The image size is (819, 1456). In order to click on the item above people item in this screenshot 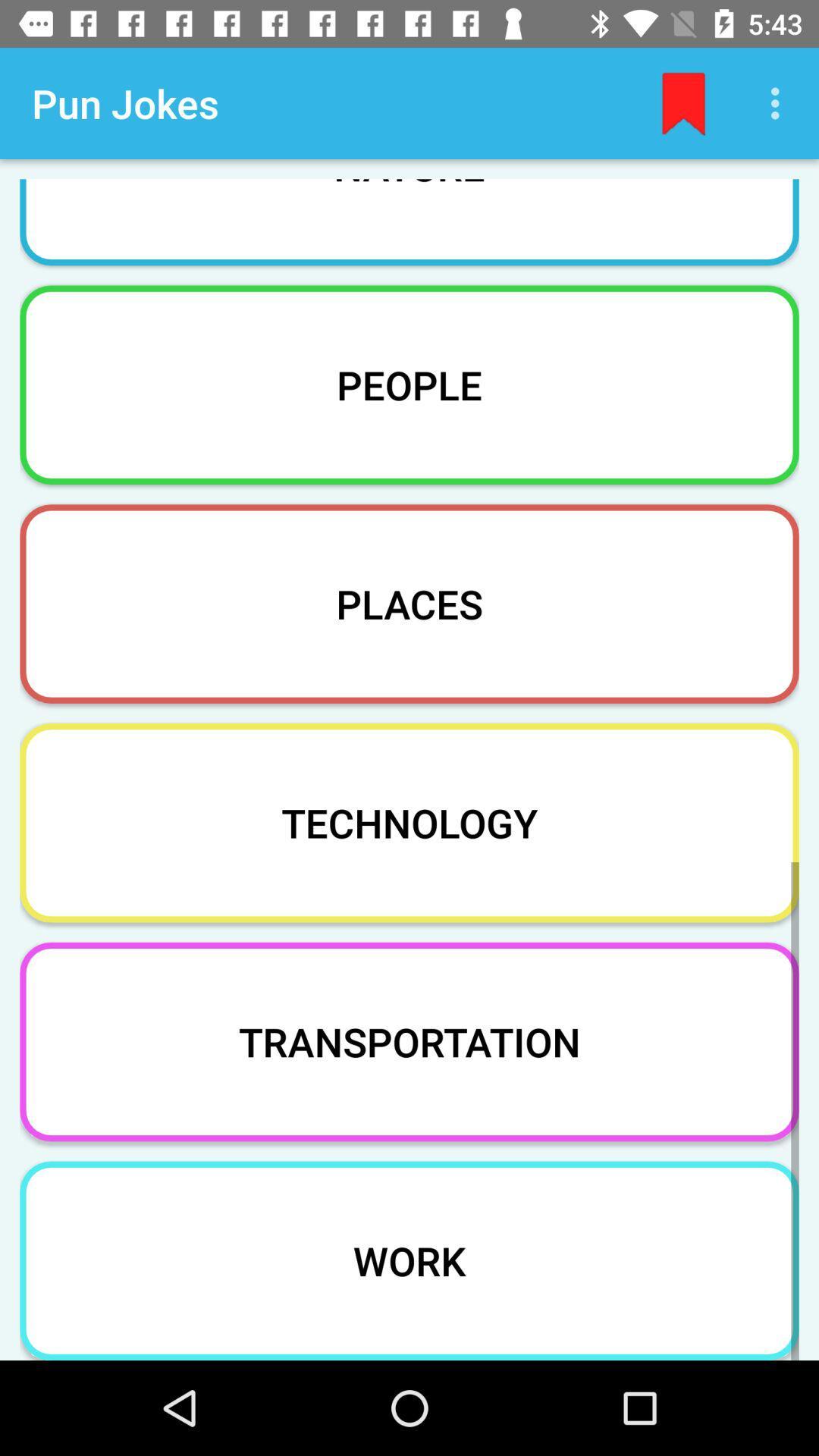, I will do `click(409, 212)`.